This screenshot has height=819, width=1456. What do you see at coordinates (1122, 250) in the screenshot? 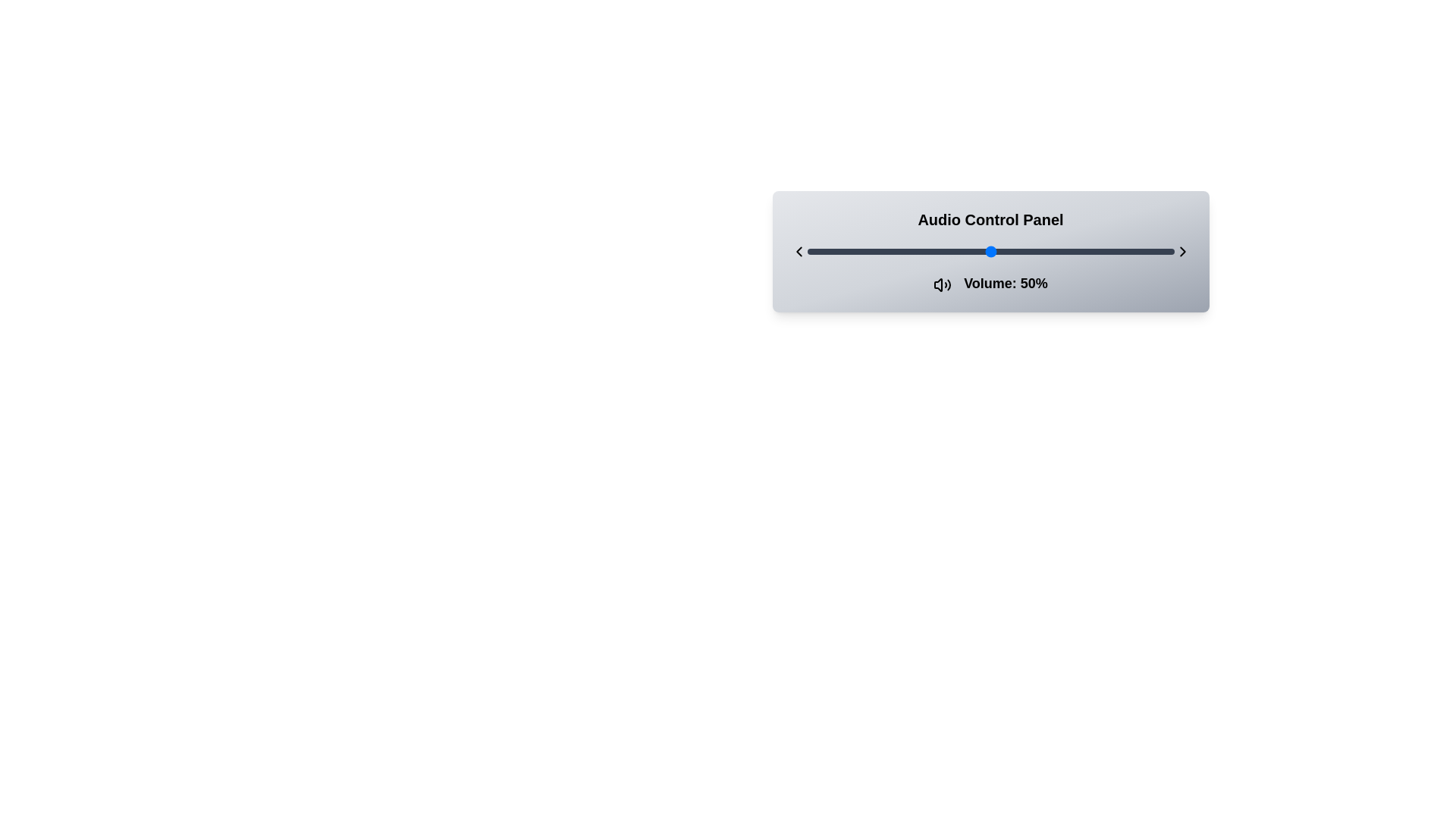
I see `the slider` at bounding box center [1122, 250].